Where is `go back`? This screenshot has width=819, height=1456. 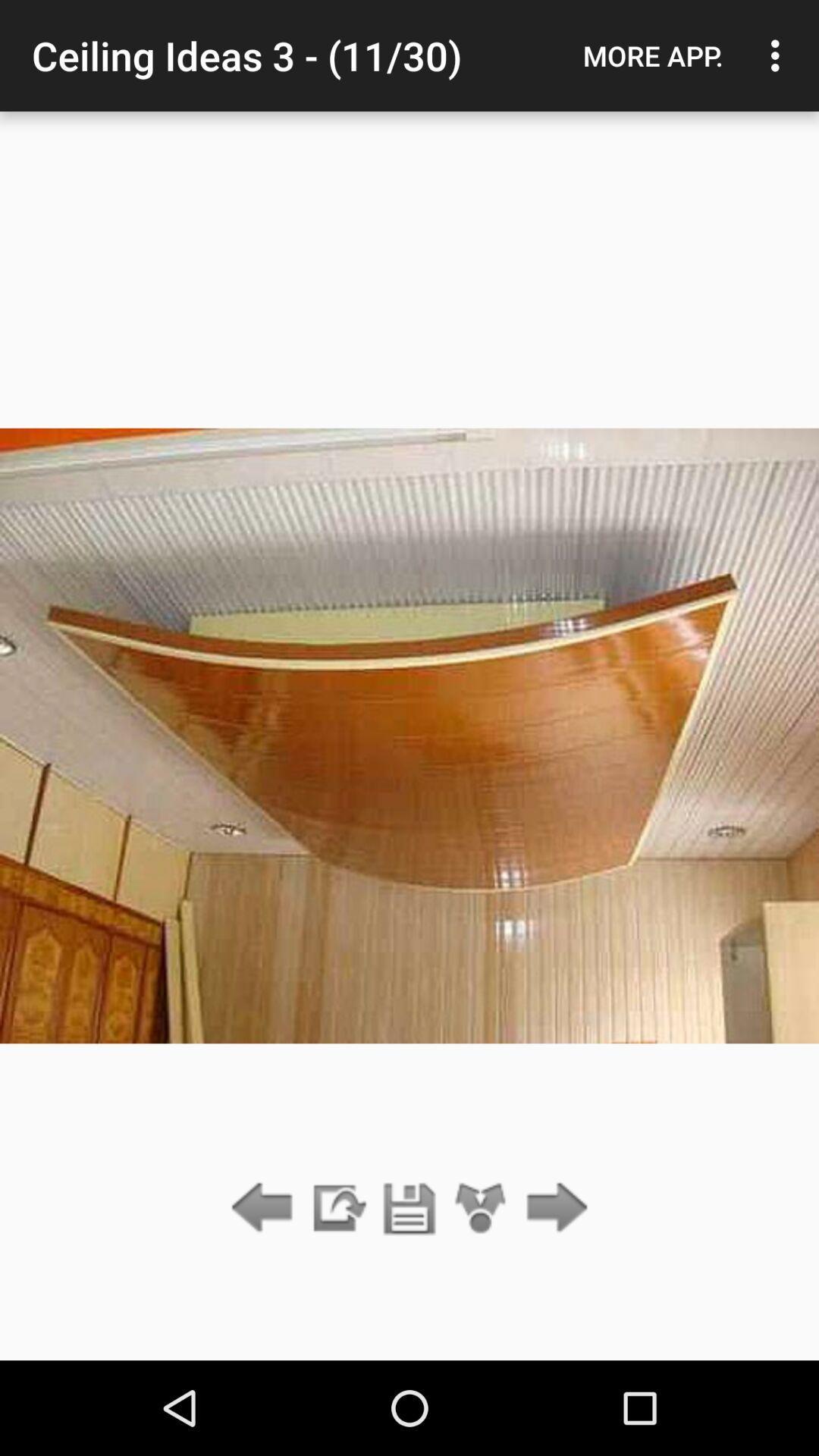 go back is located at coordinates (265, 1208).